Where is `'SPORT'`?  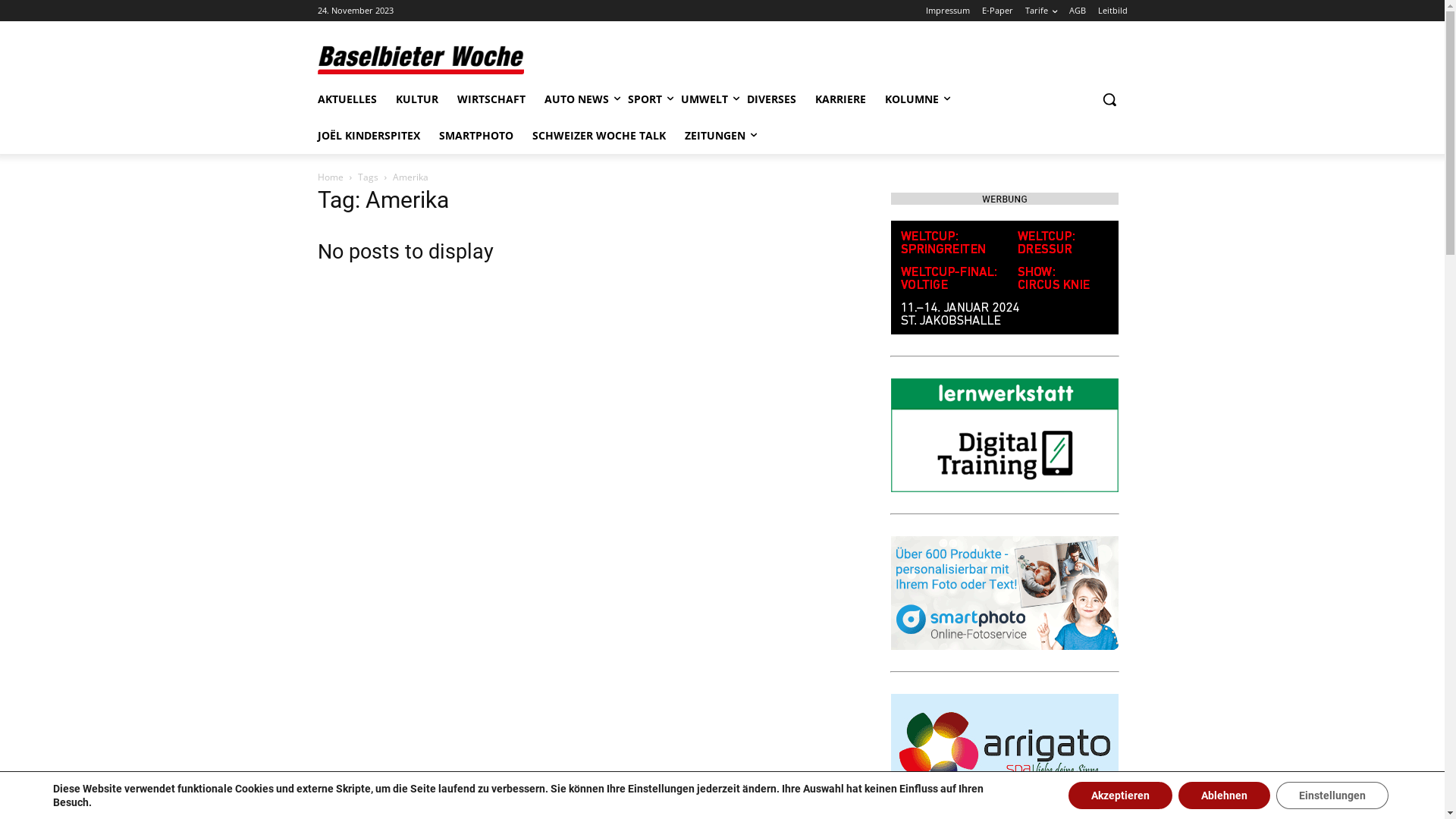 'SPORT' is located at coordinates (645, 99).